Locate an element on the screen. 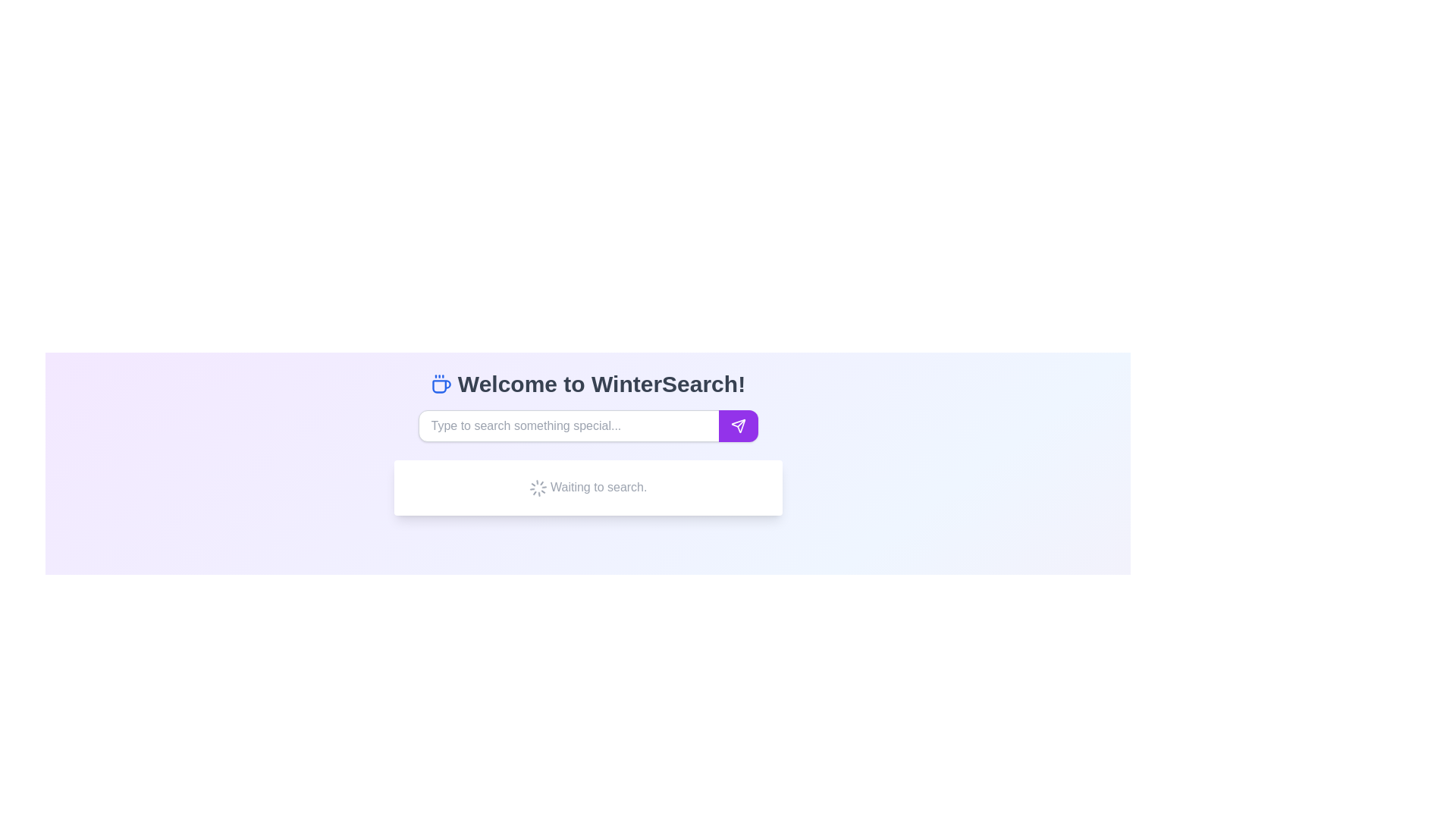  the prominently styled button with a purple background and a white paper plane icon located at the right end of the input field is located at coordinates (738, 426).